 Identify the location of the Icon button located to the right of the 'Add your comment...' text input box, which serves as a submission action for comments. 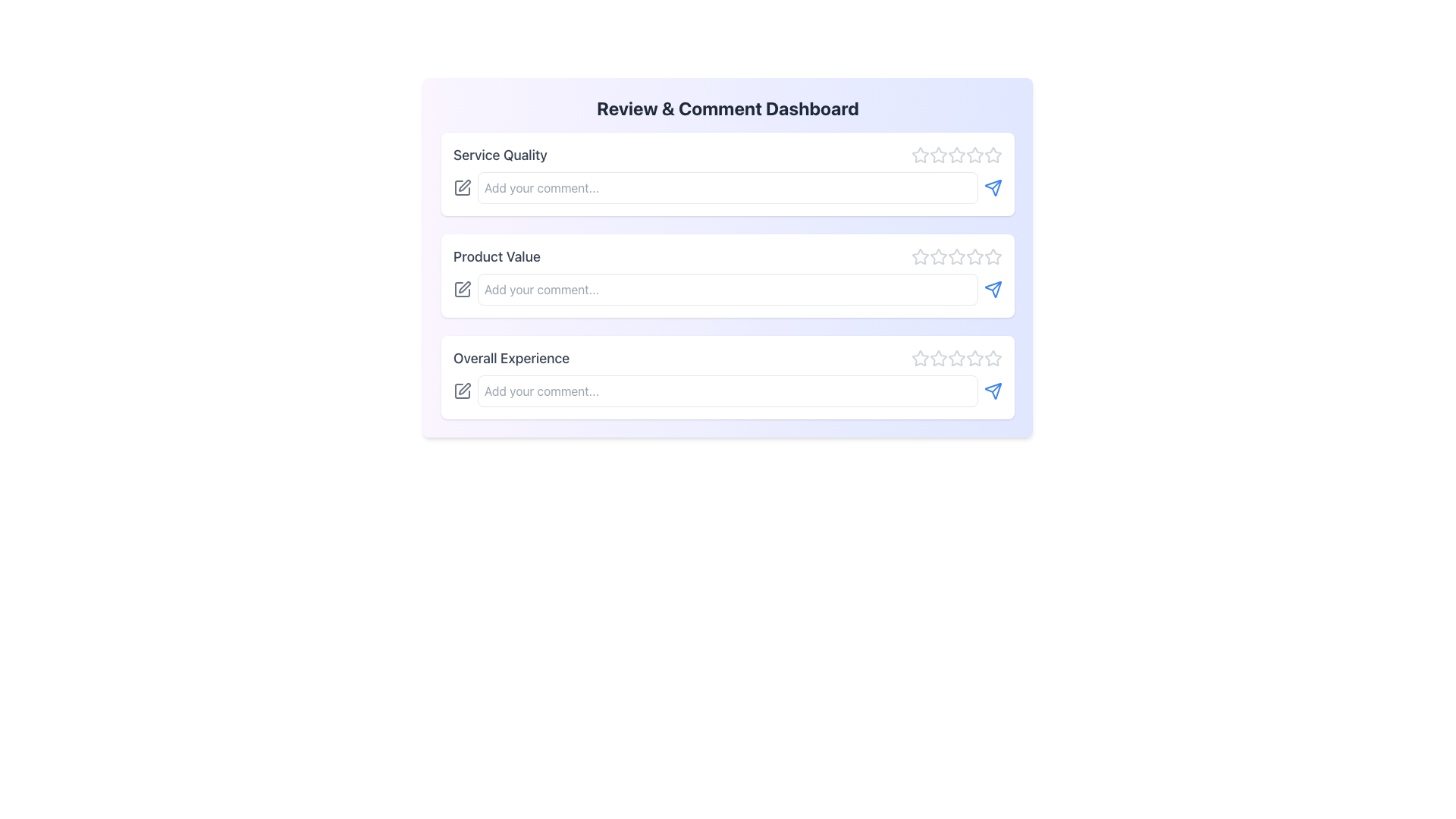
(993, 187).